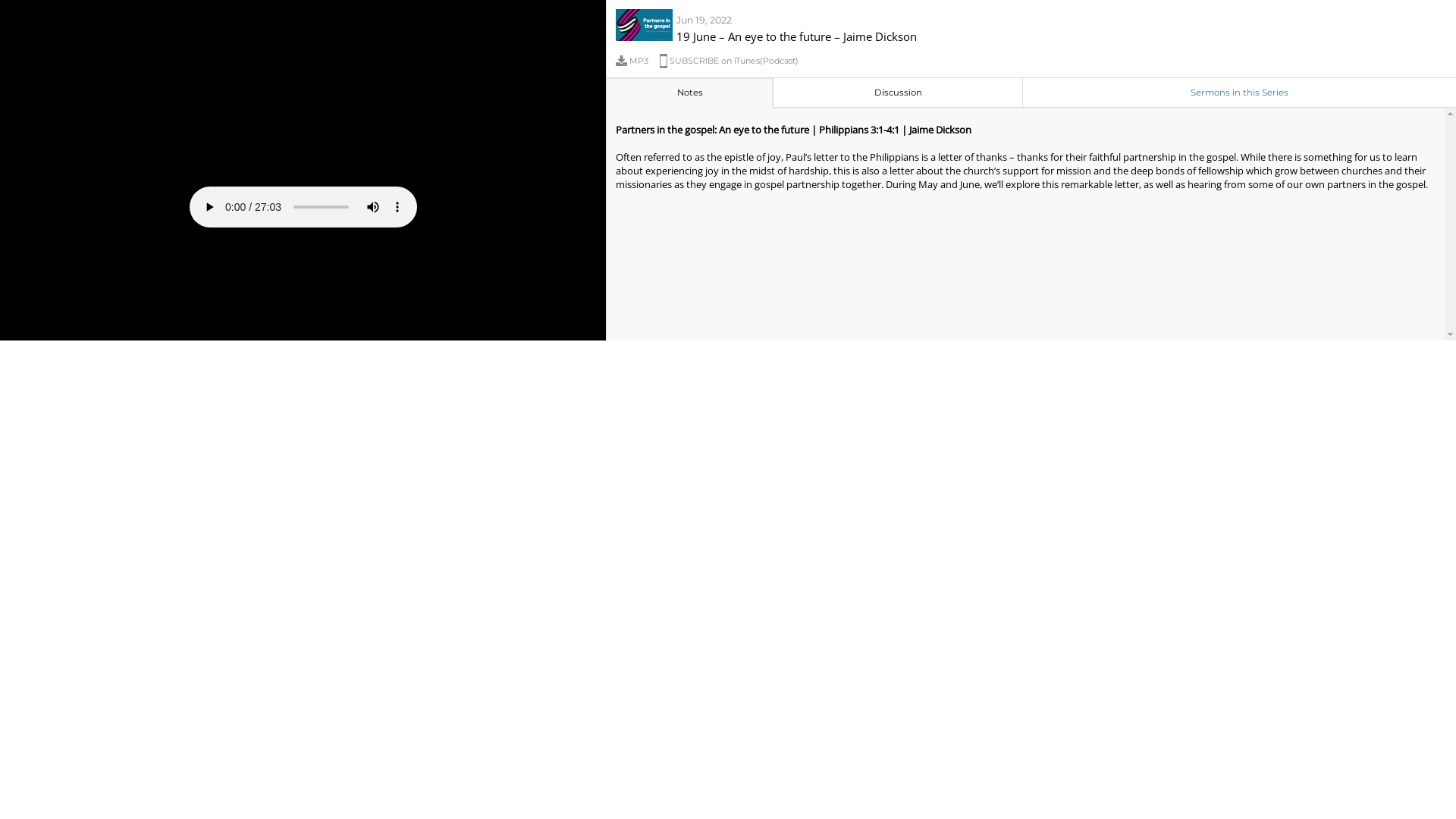 Image resolution: width=1456 pixels, height=819 pixels. I want to click on 'MP3', so click(637, 60).